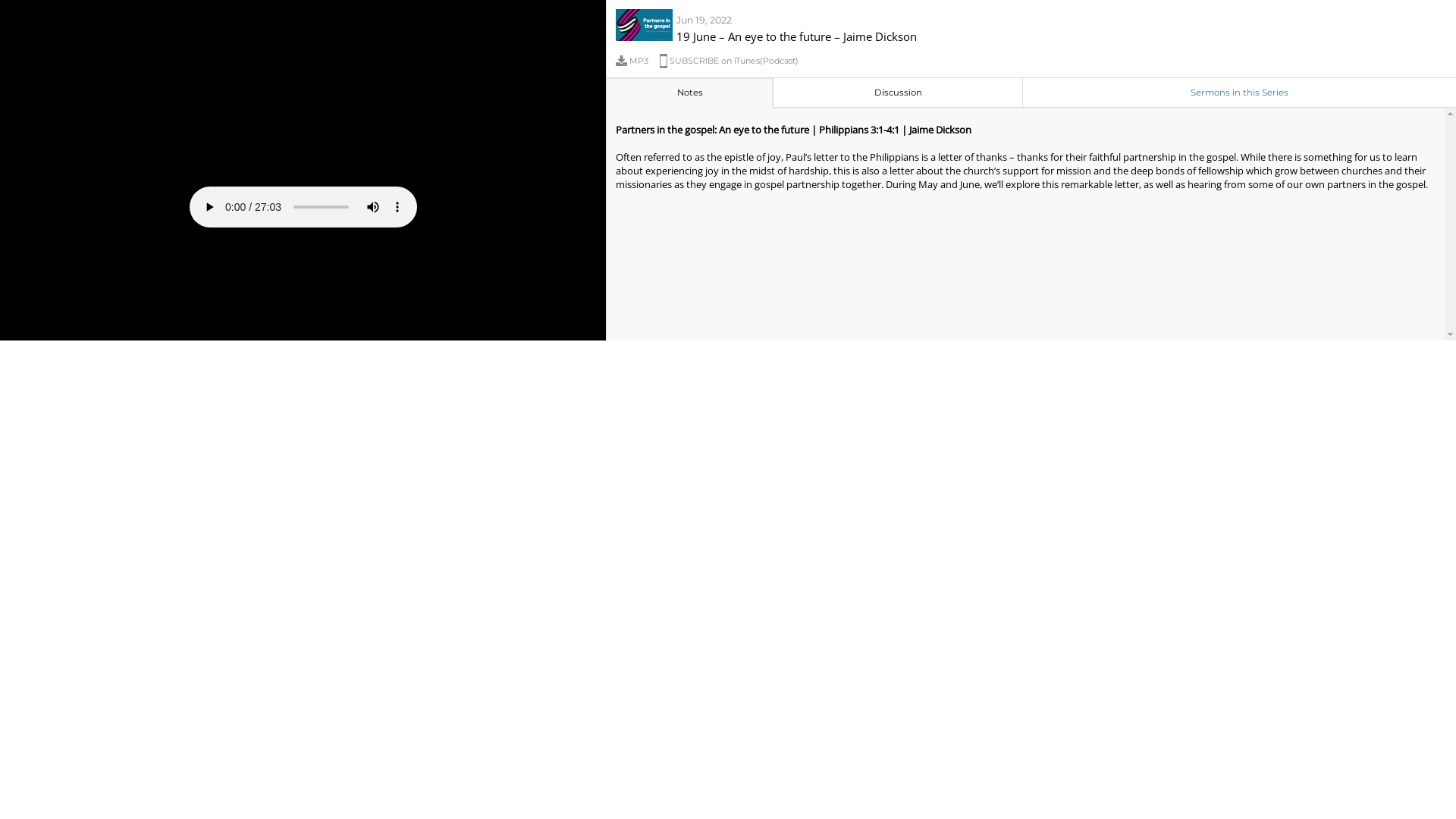 Image resolution: width=1456 pixels, height=819 pixels. I want to click on 'MP3', so click(637, 60).